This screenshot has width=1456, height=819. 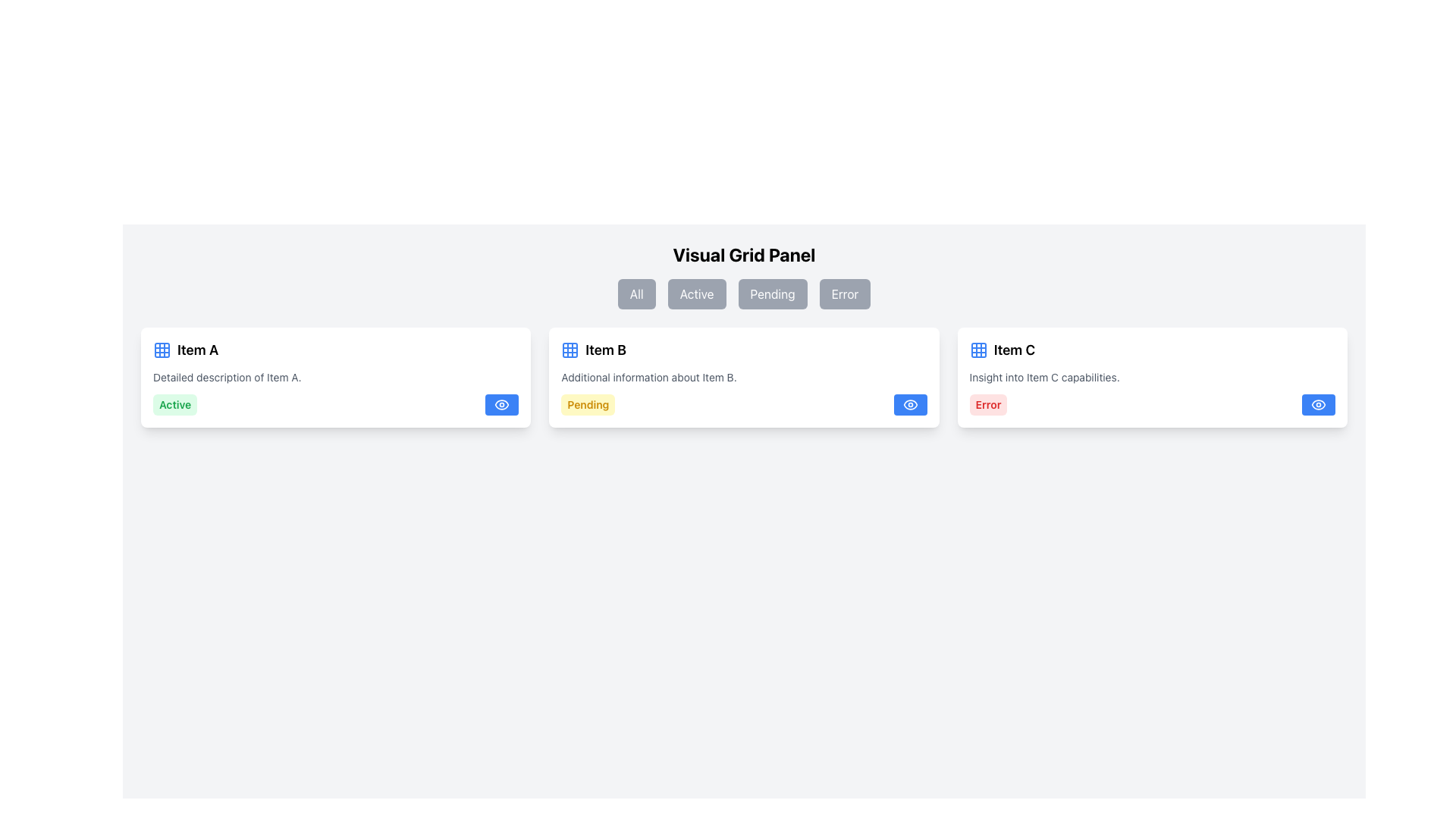 What do you see at coordinates (162, 350) in the screenshot?
I see `the blue square icon with a grid structure located to the left of the 'Item A' label in the Visual Grid Panel` at bounding box center [162, 350].